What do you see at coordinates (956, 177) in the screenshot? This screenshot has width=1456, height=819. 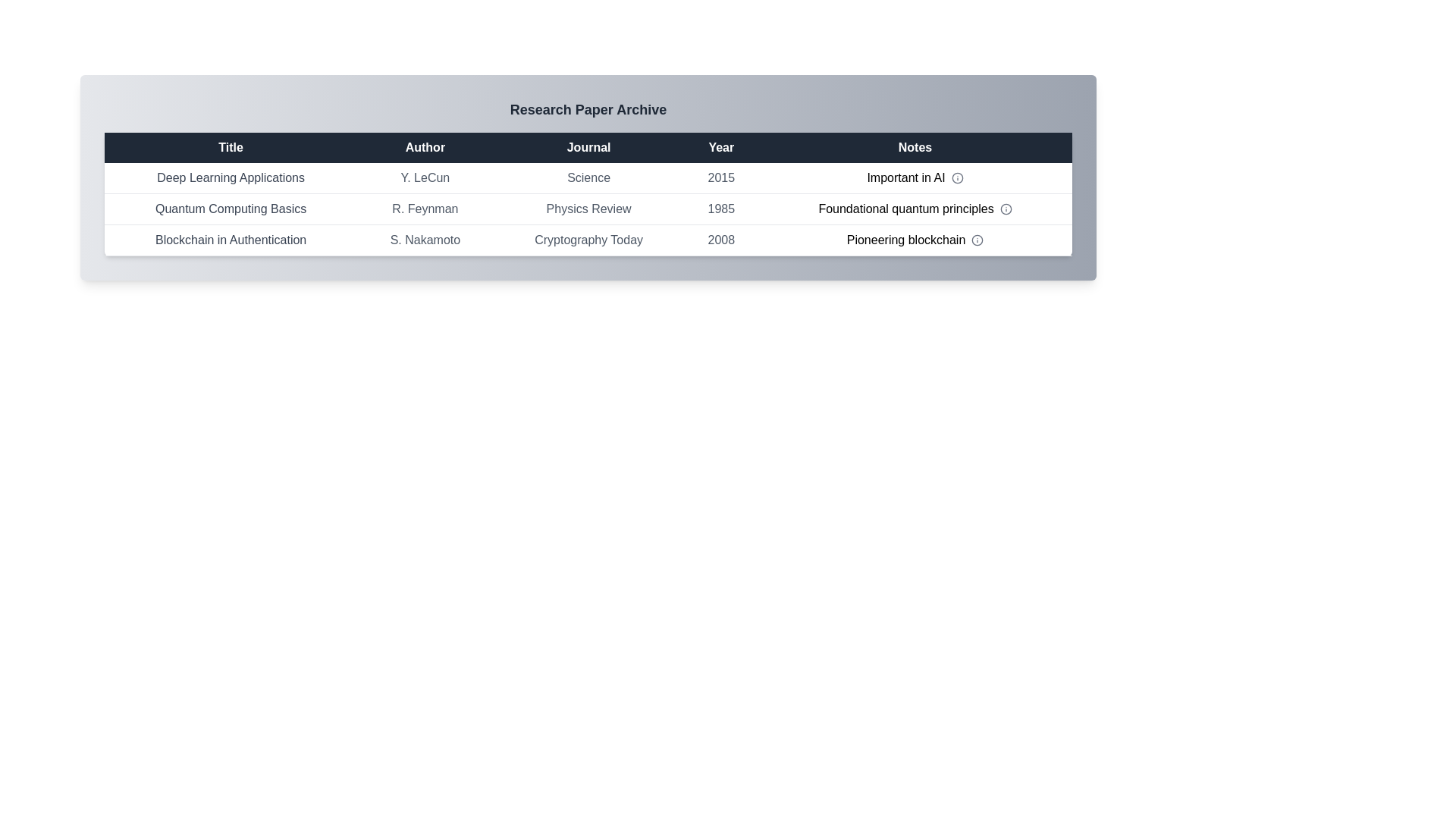 I see `the info icon for the row corresponding to Deep Learning Applications` at bounding box center [956, 177].